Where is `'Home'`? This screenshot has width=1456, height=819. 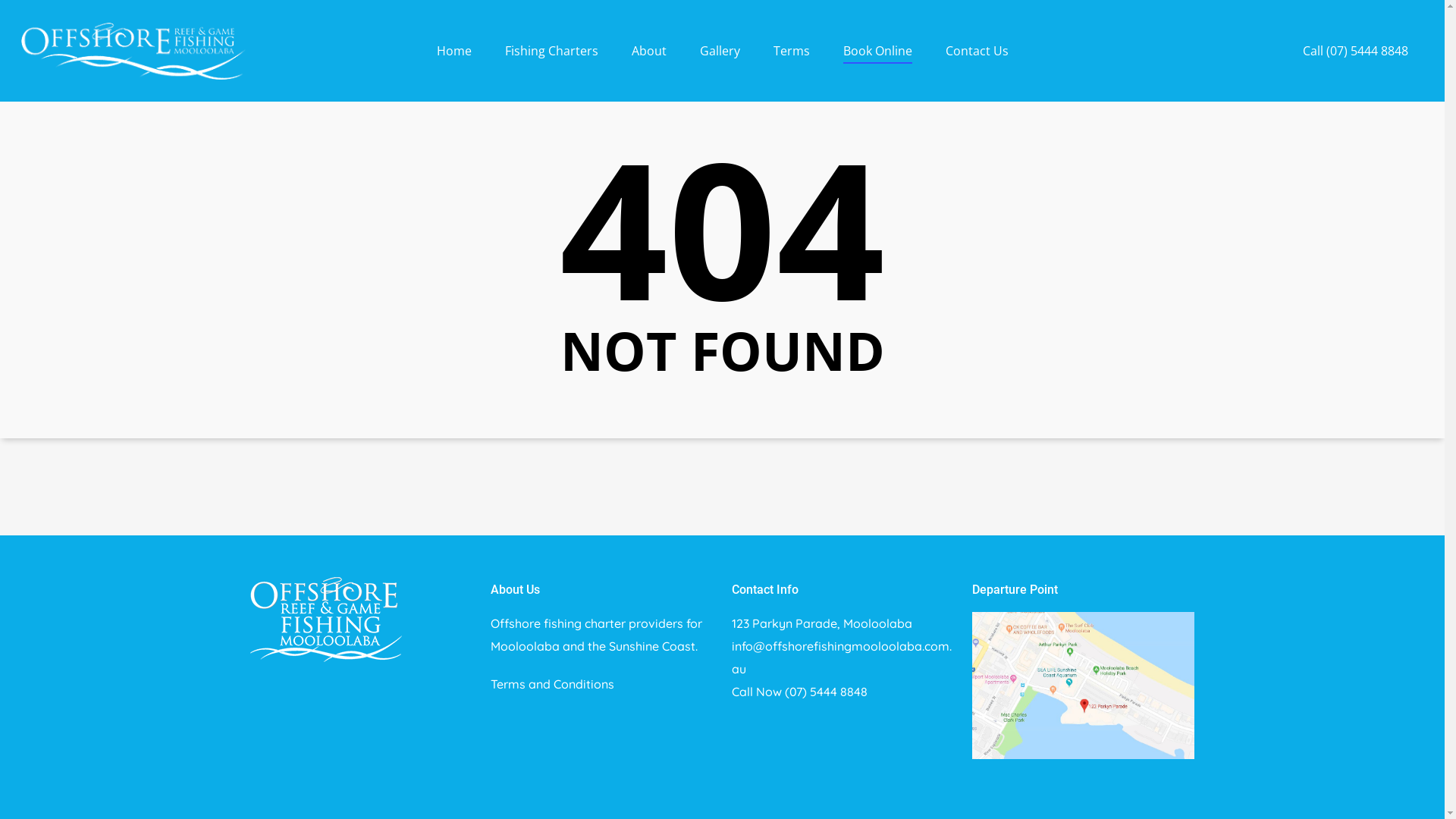 'Home' is located at coordinates (453, 61).